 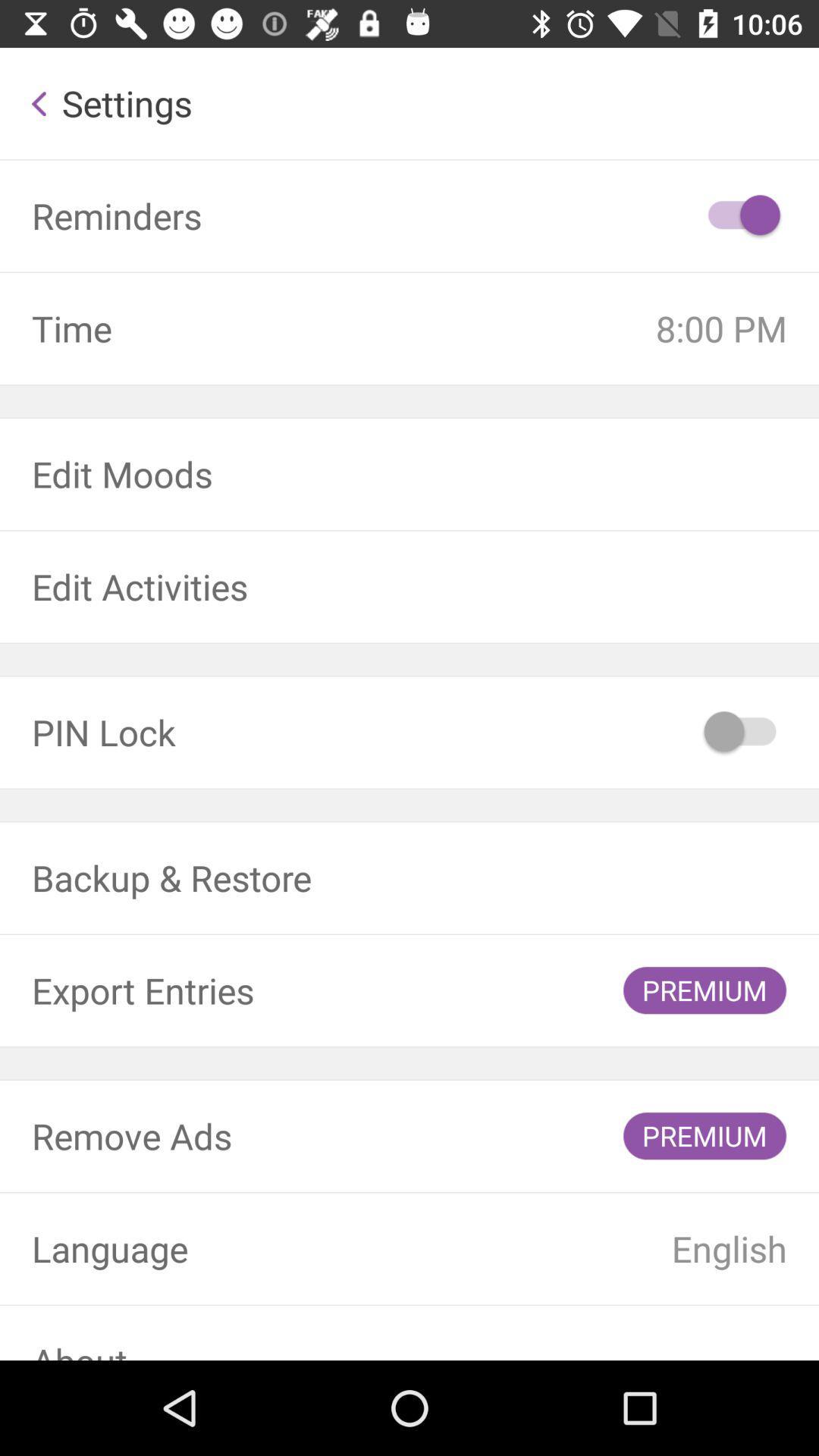 I want to click on pin lock, so click(x=741, y=732).